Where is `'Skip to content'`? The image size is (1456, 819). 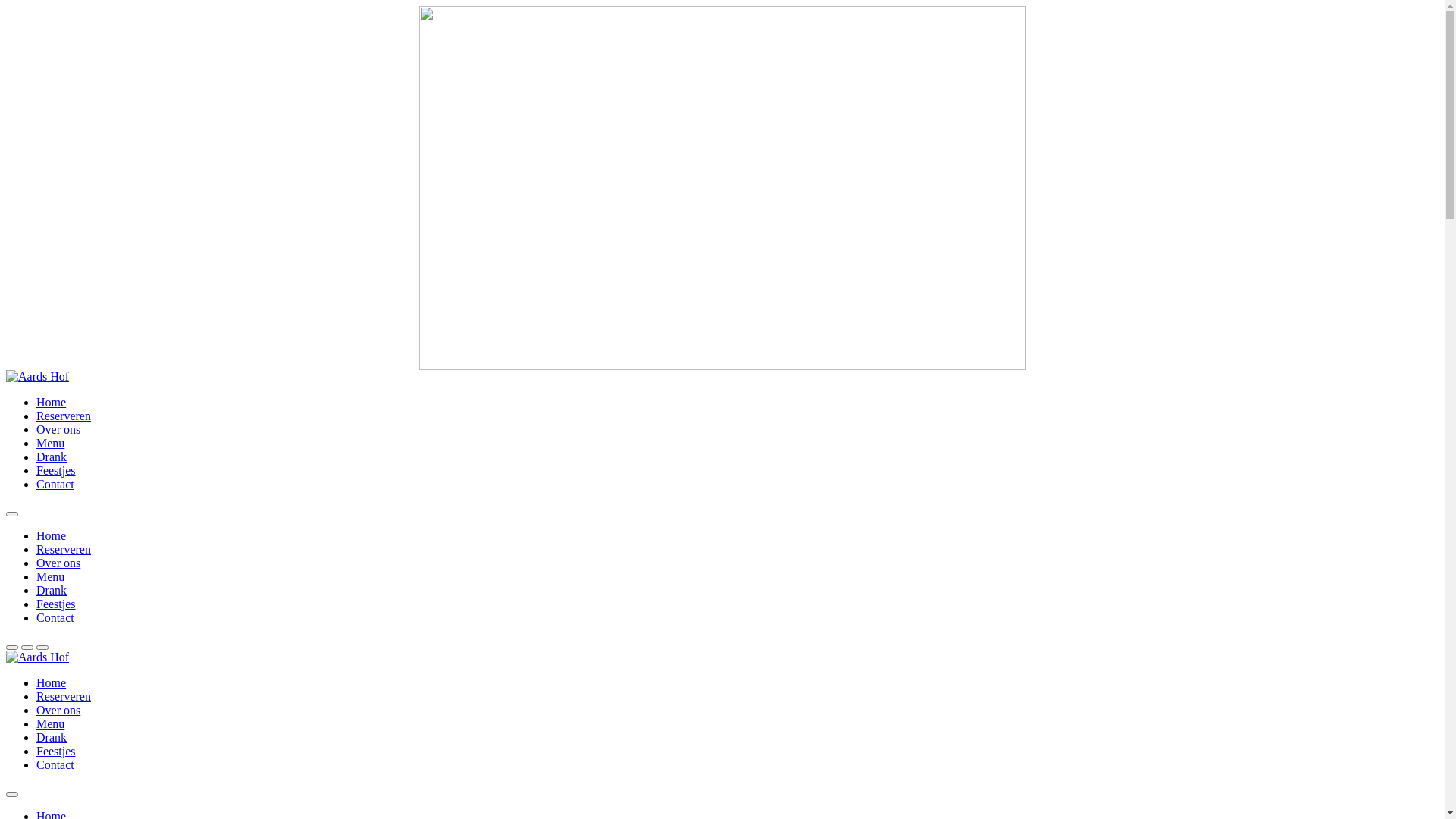 'Skip to content' is located at coordinates (5, 5).